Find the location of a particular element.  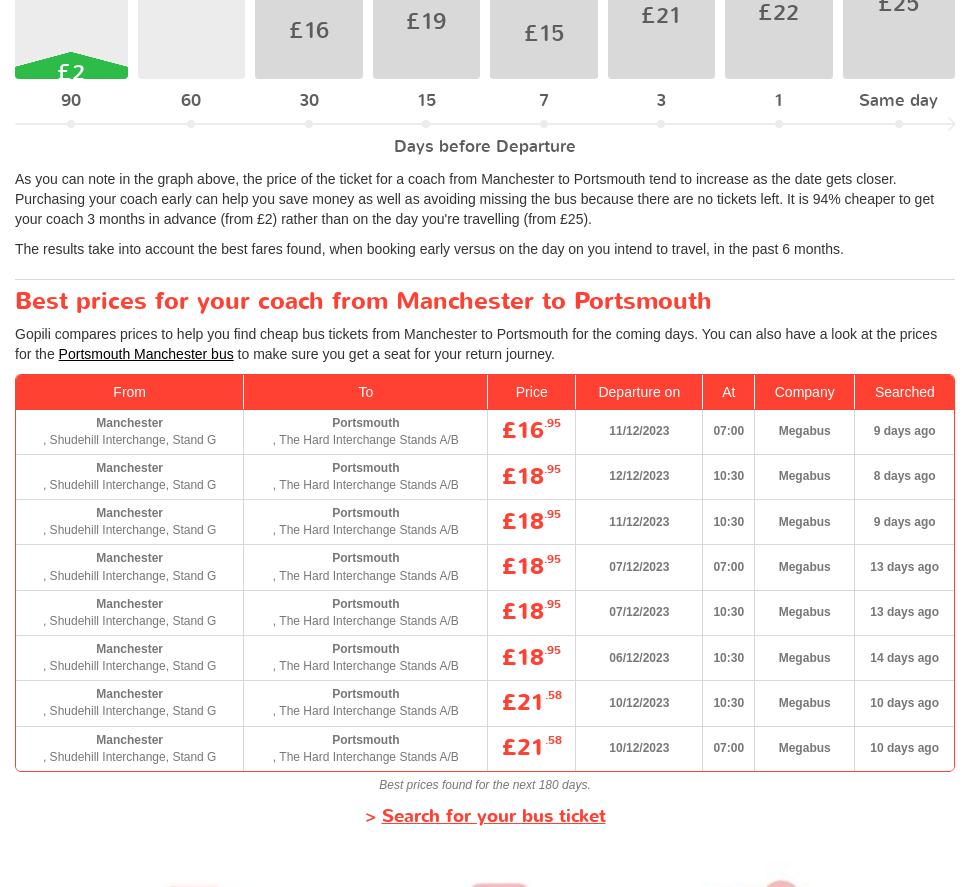

'Search for your bus ticket' is located at coordinates (492, 815).